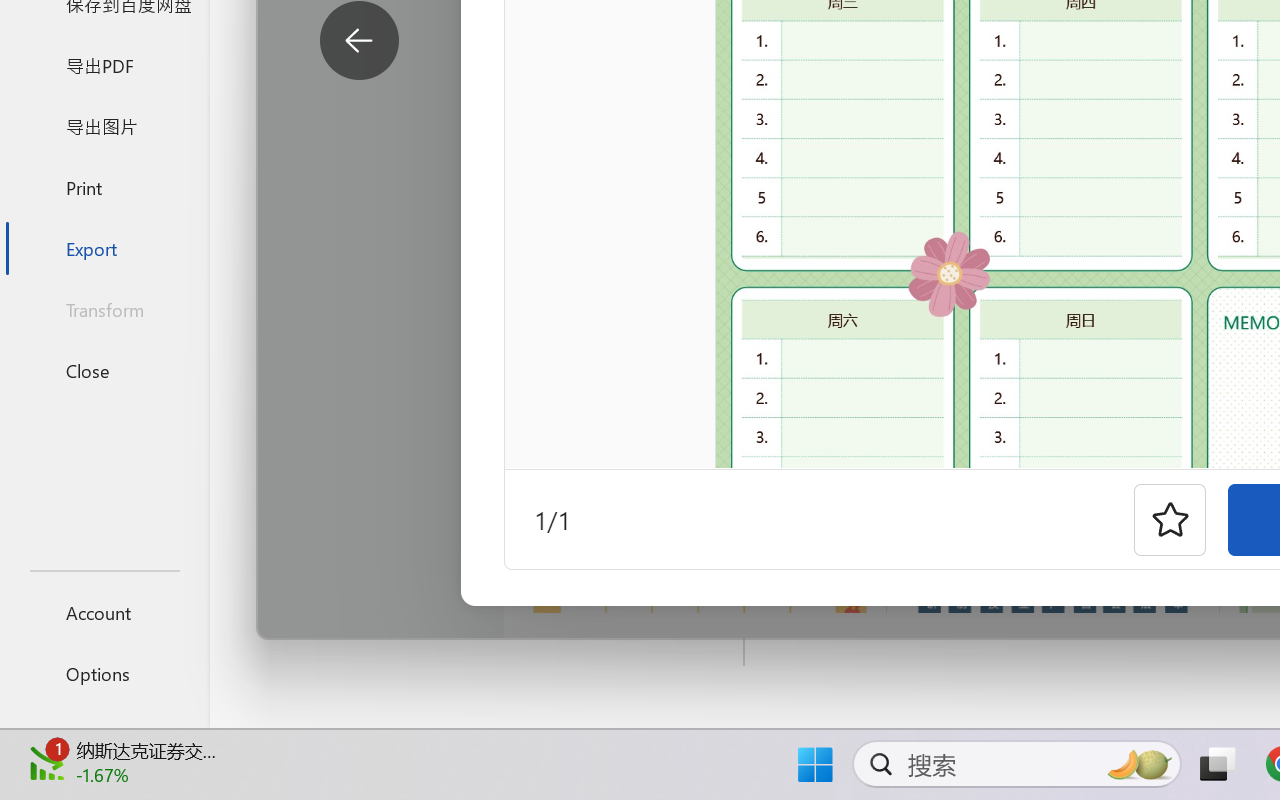 This screenshot has height=800, width=1280. Describe the element at coordinates (103, 186) in the screenshot. I see `'Print'` at that location.